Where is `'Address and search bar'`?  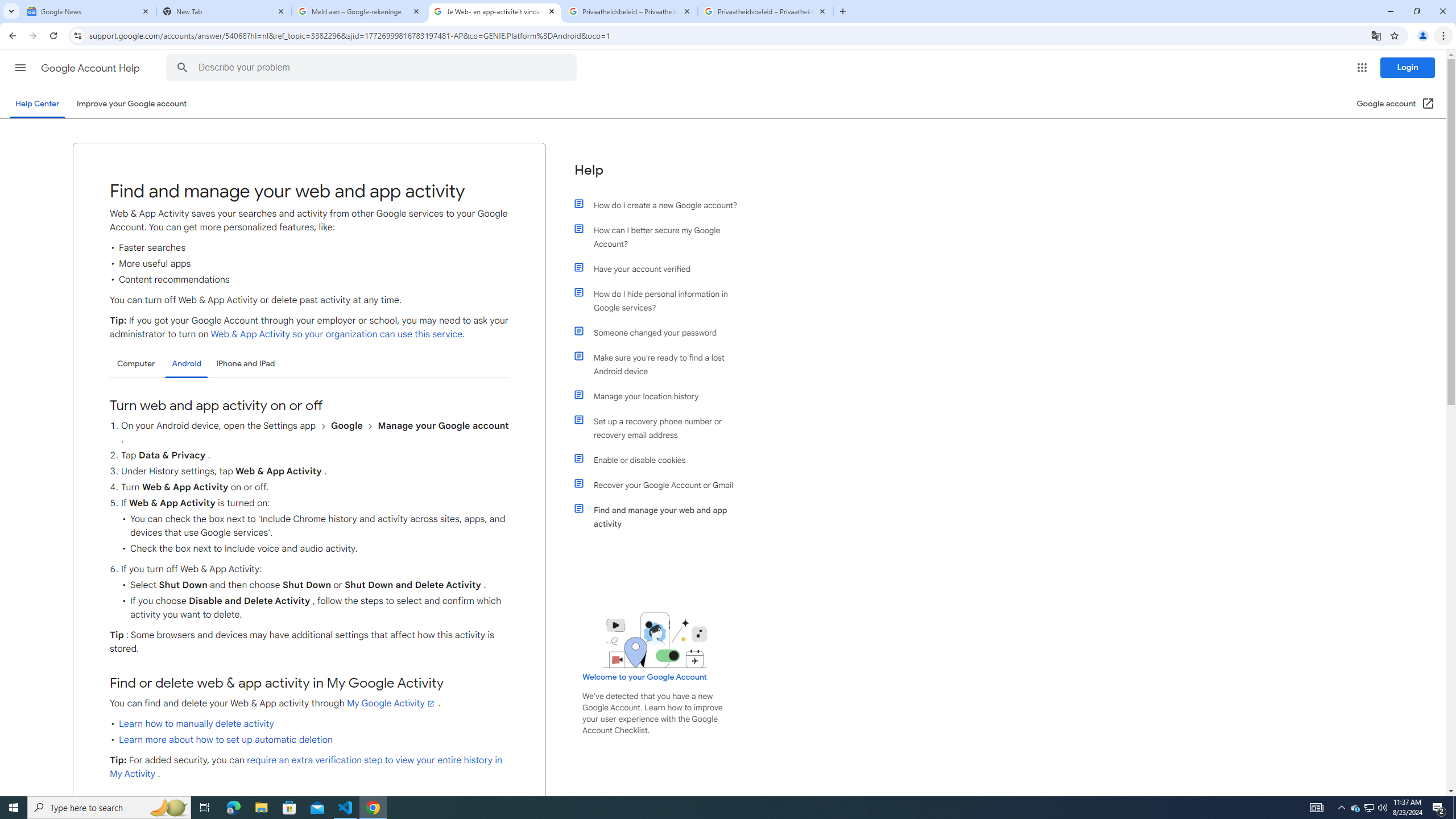 'Address and search bar' is located at coordinates (726, 35).